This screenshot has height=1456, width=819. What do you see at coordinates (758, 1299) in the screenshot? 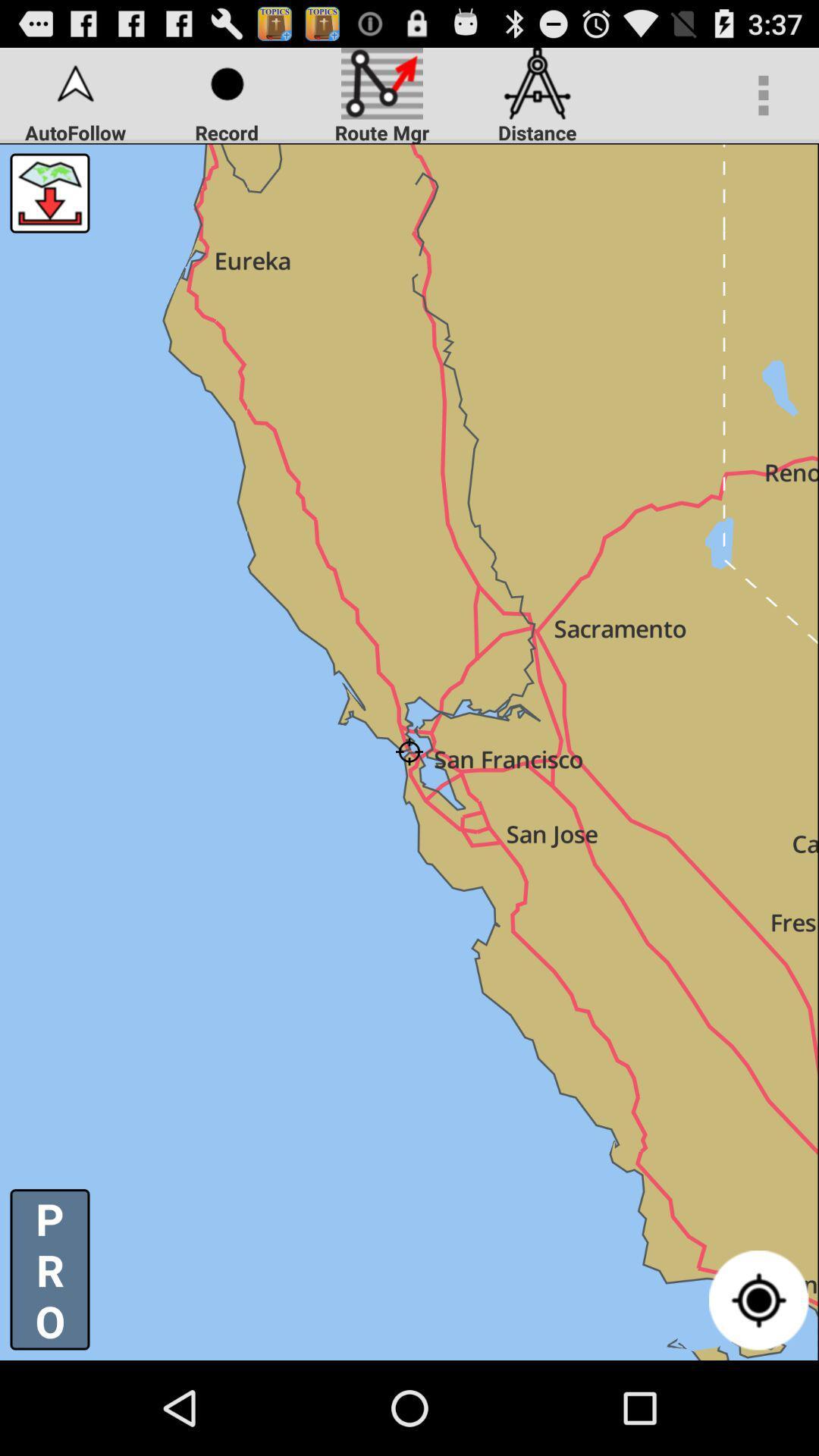
I see `center the map` at bounding box center [758, 1299].